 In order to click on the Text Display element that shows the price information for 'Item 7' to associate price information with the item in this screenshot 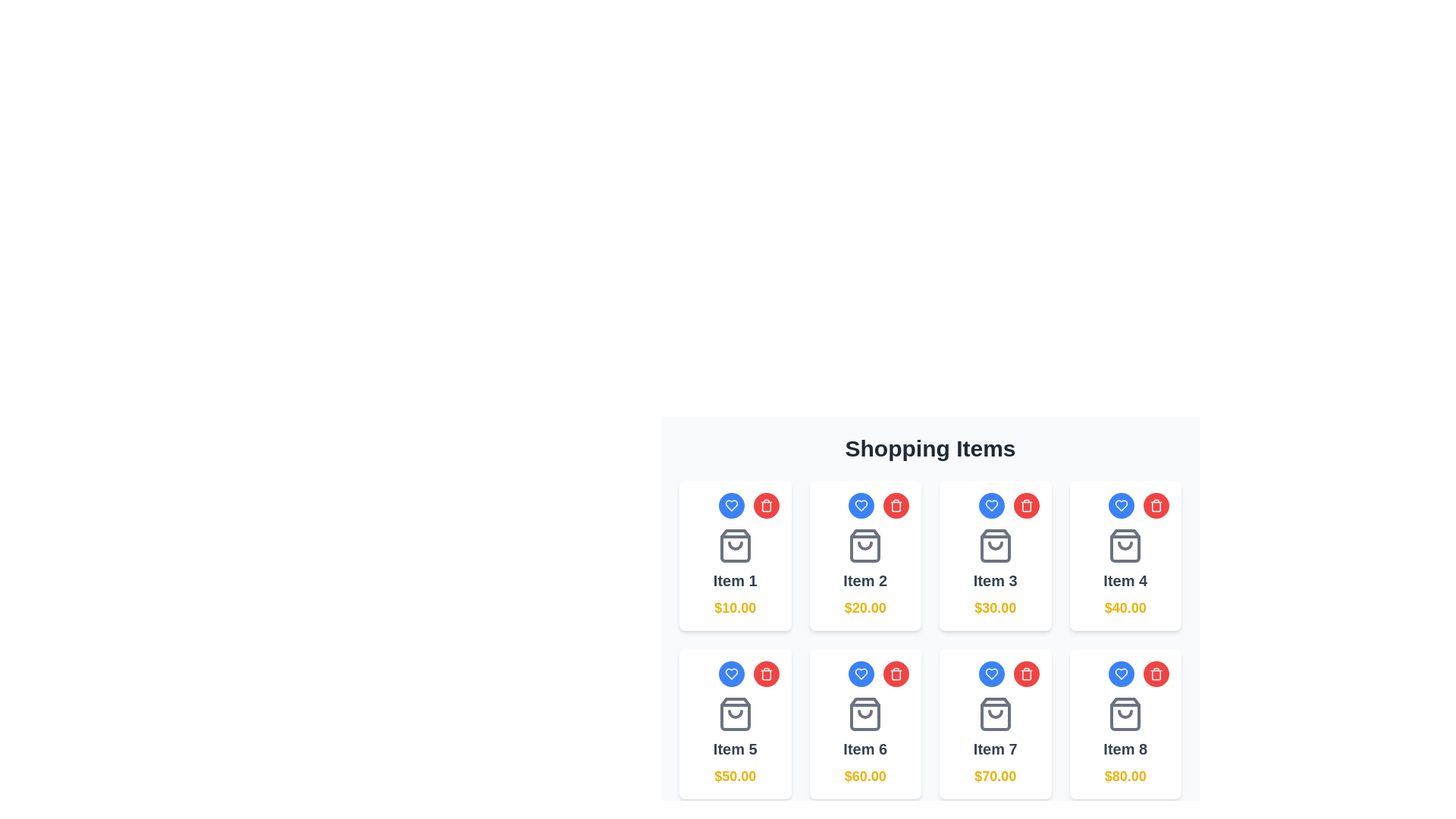, I will do `click(995, 776)`.